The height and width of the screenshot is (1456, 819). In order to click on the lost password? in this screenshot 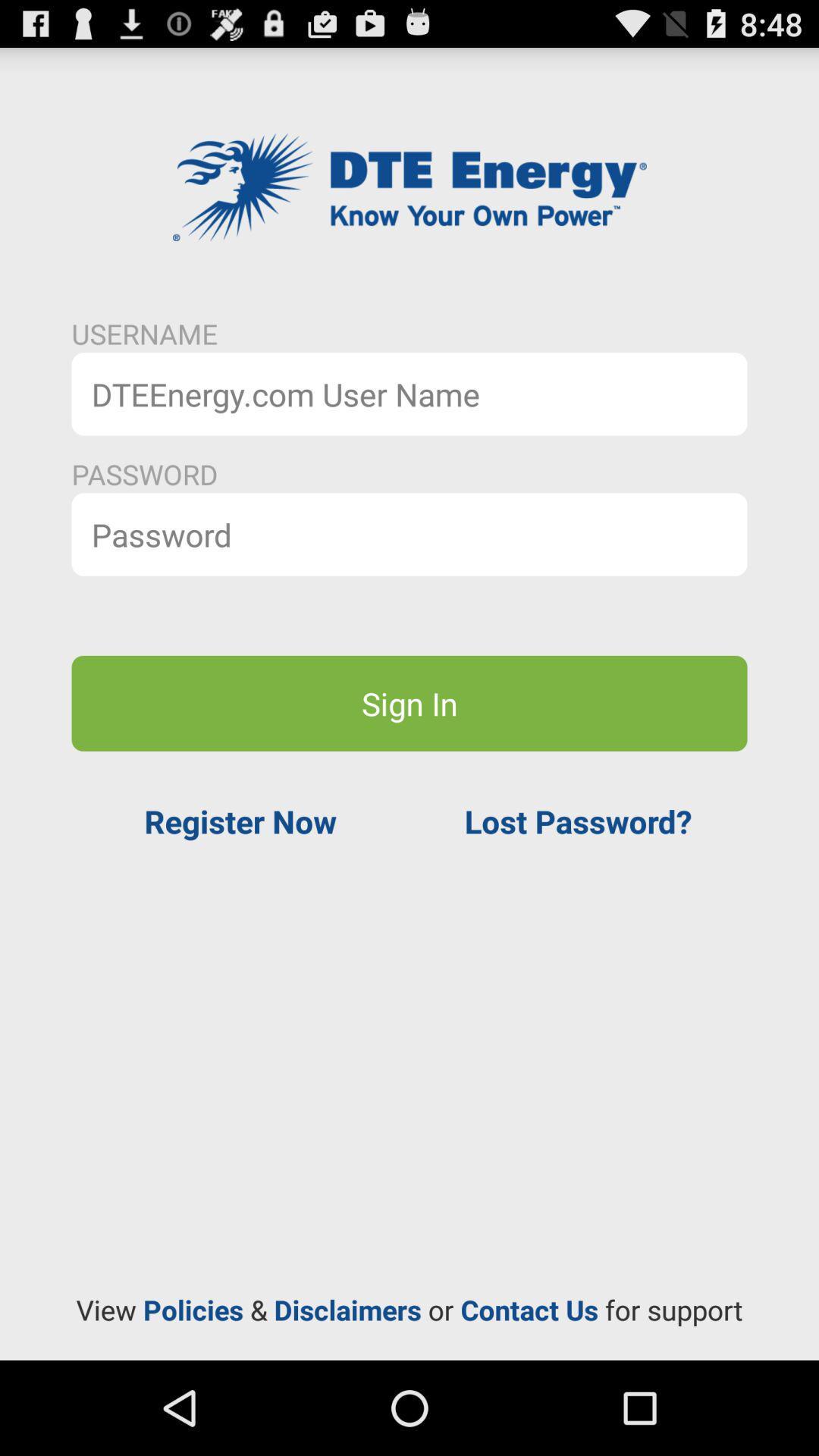, I will do `click(578, 821)`.